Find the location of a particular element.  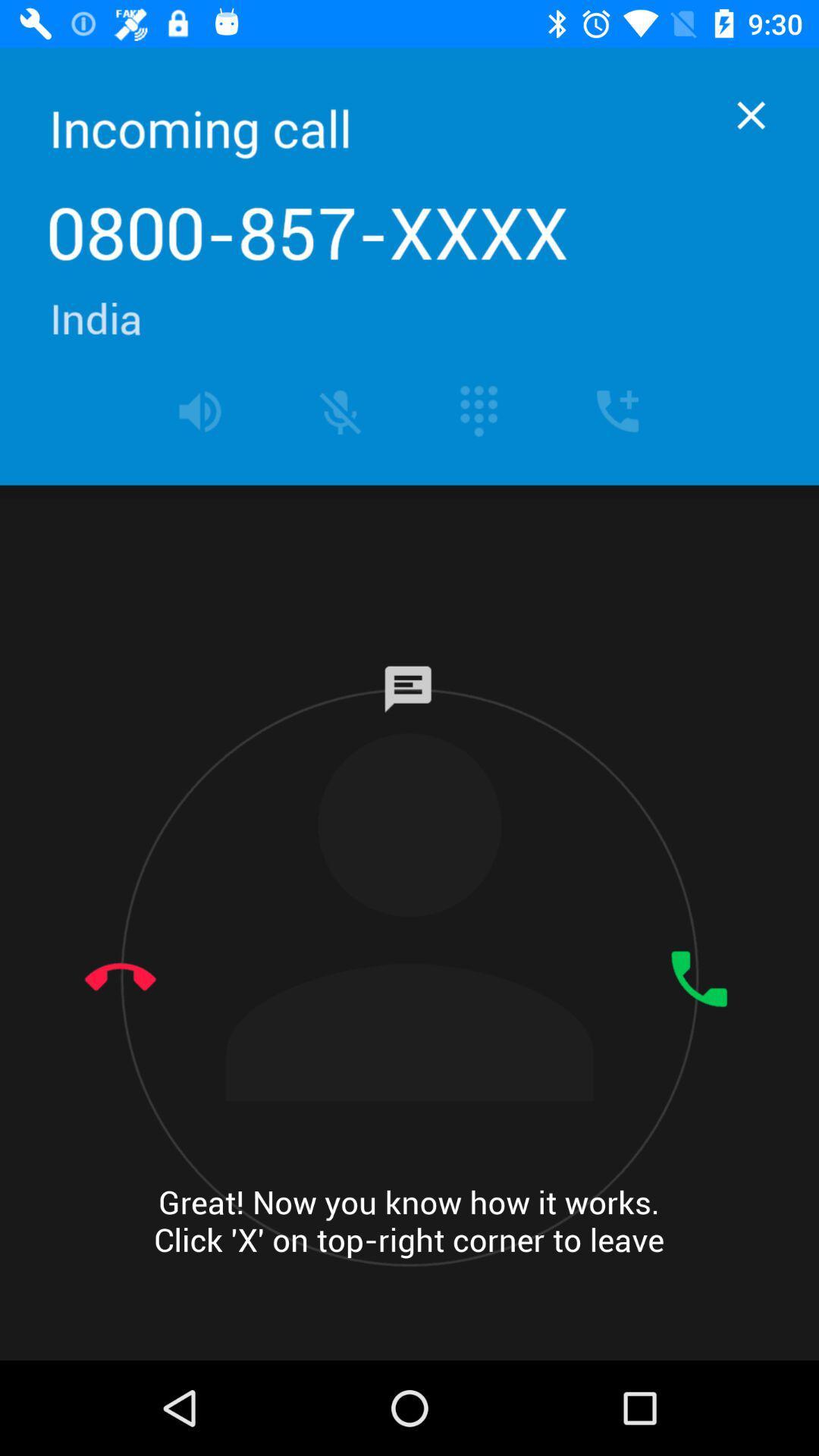

exit is located at coordinates (751, 115).